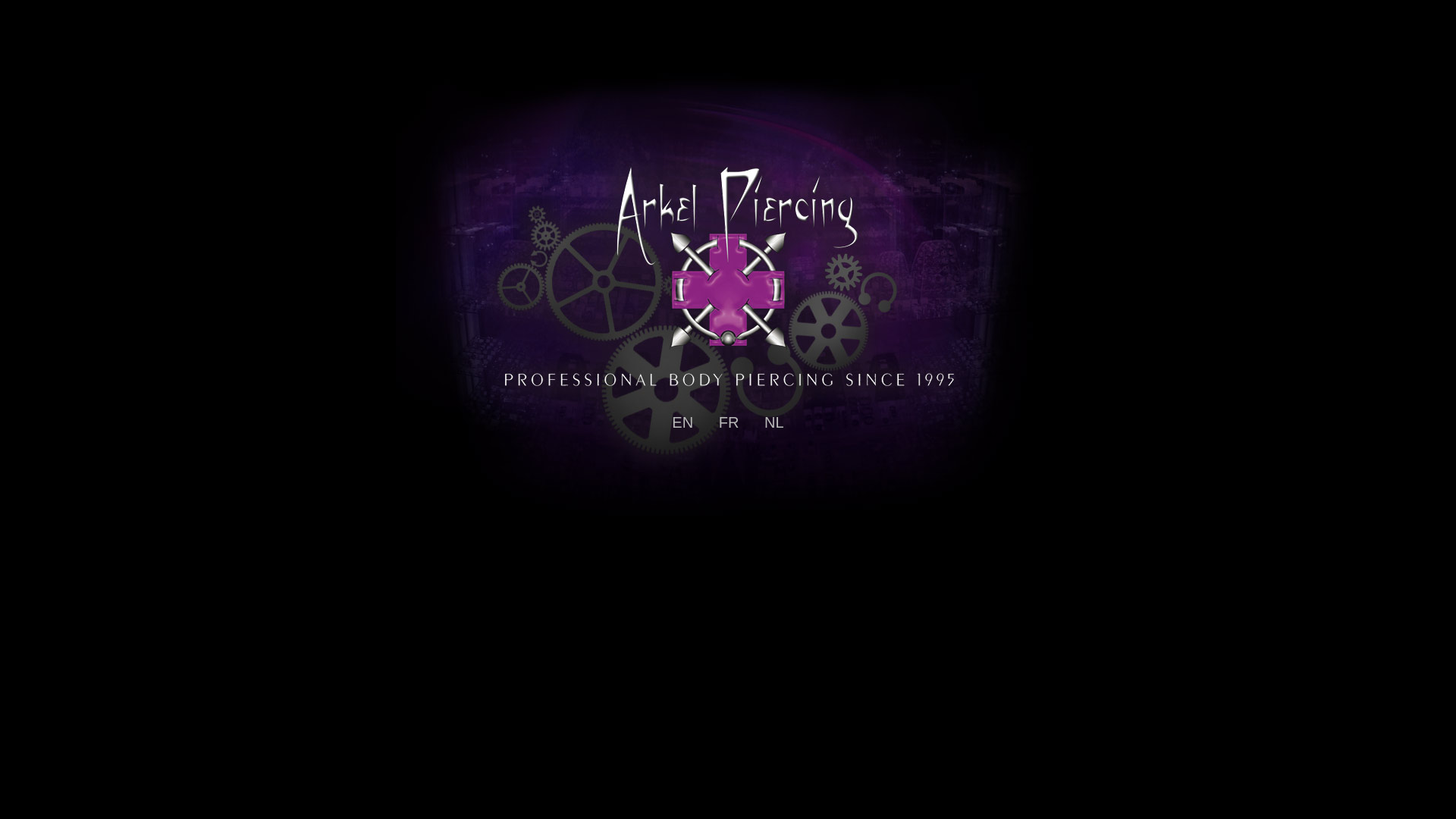 The height and width of the screenshot is (819, 1456). Describe the element at coordinates (682, 422) in the screenshot. I see `'EN'` at that location.